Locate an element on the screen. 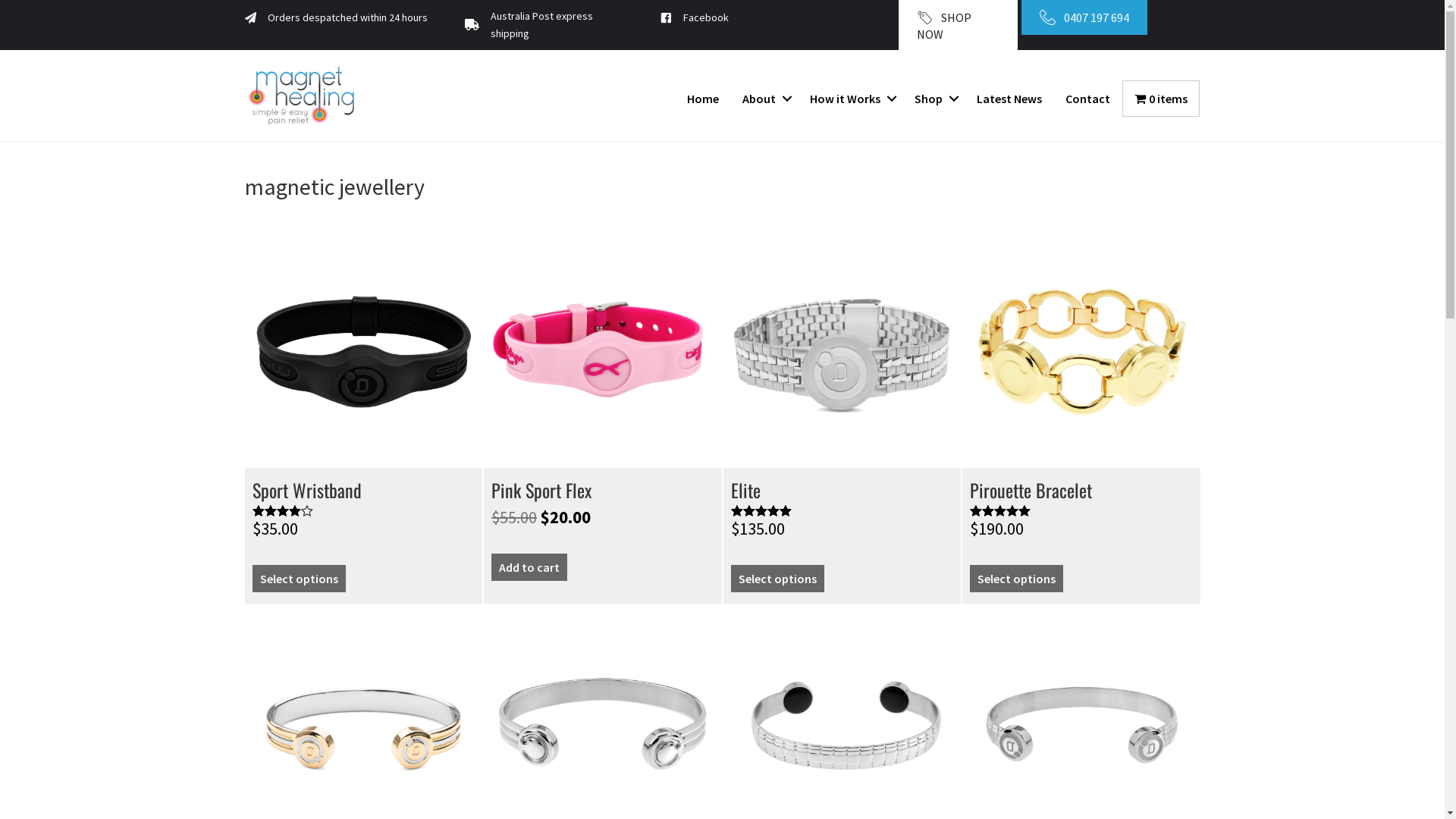 This screenshot has height=819, width=1456. 'Latest News' is located at coordinates (1009, 99).